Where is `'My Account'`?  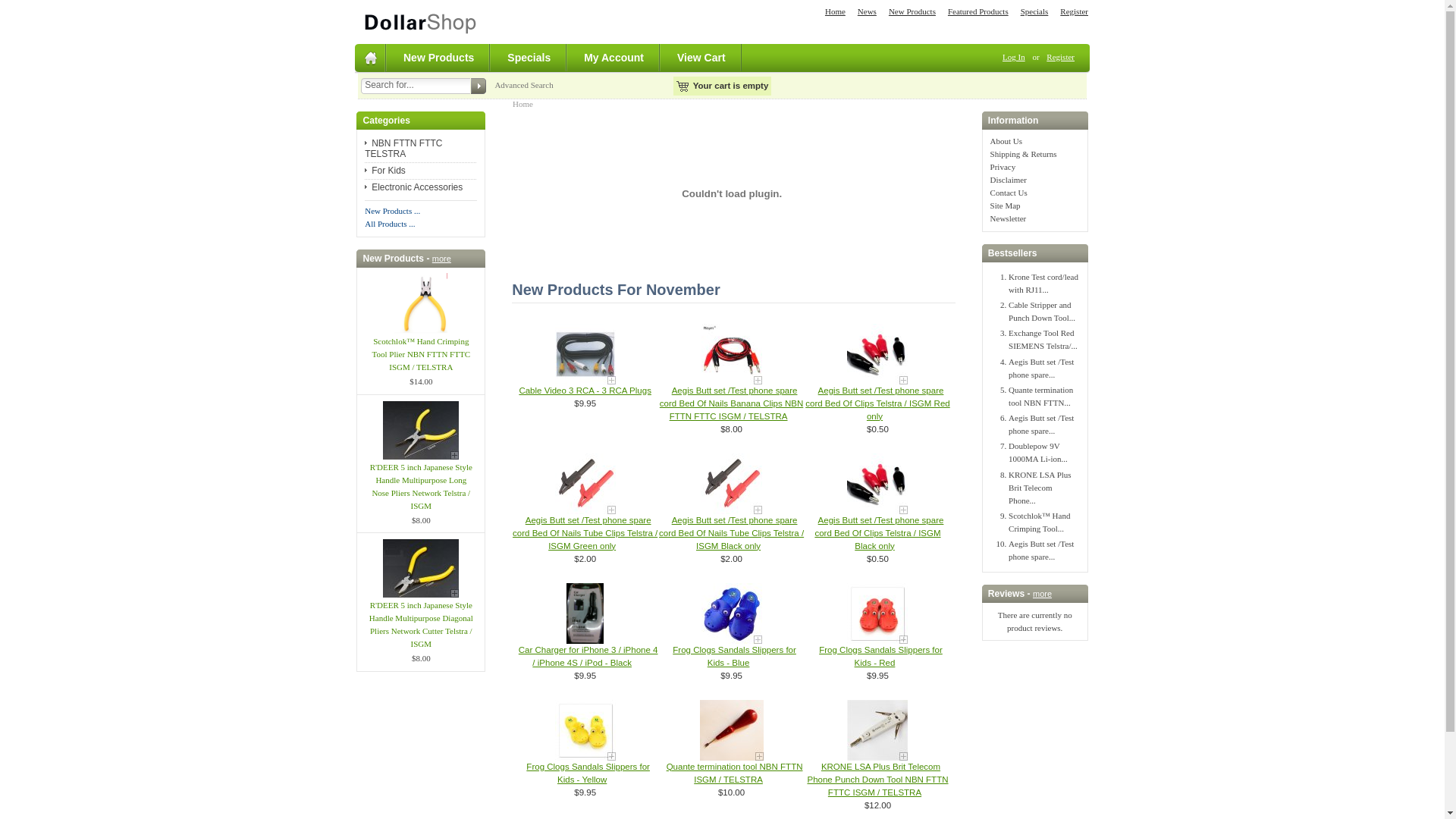
'My Account' is located at coordinates (614, 57).